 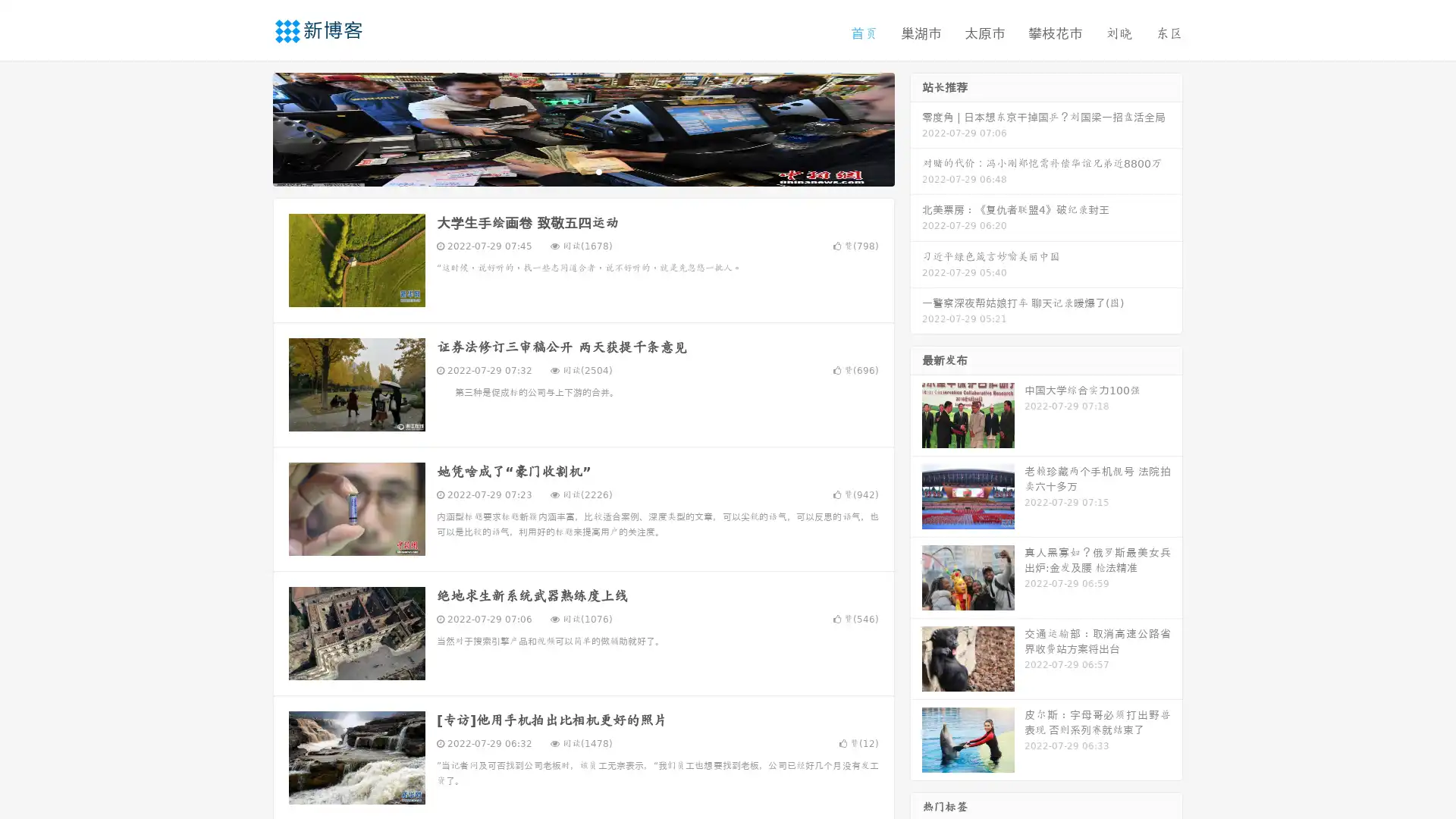 What do you see at coordinates (598, 171) in the screenshot?
I see `Go to slide 3` at bounding box center [598, 171].